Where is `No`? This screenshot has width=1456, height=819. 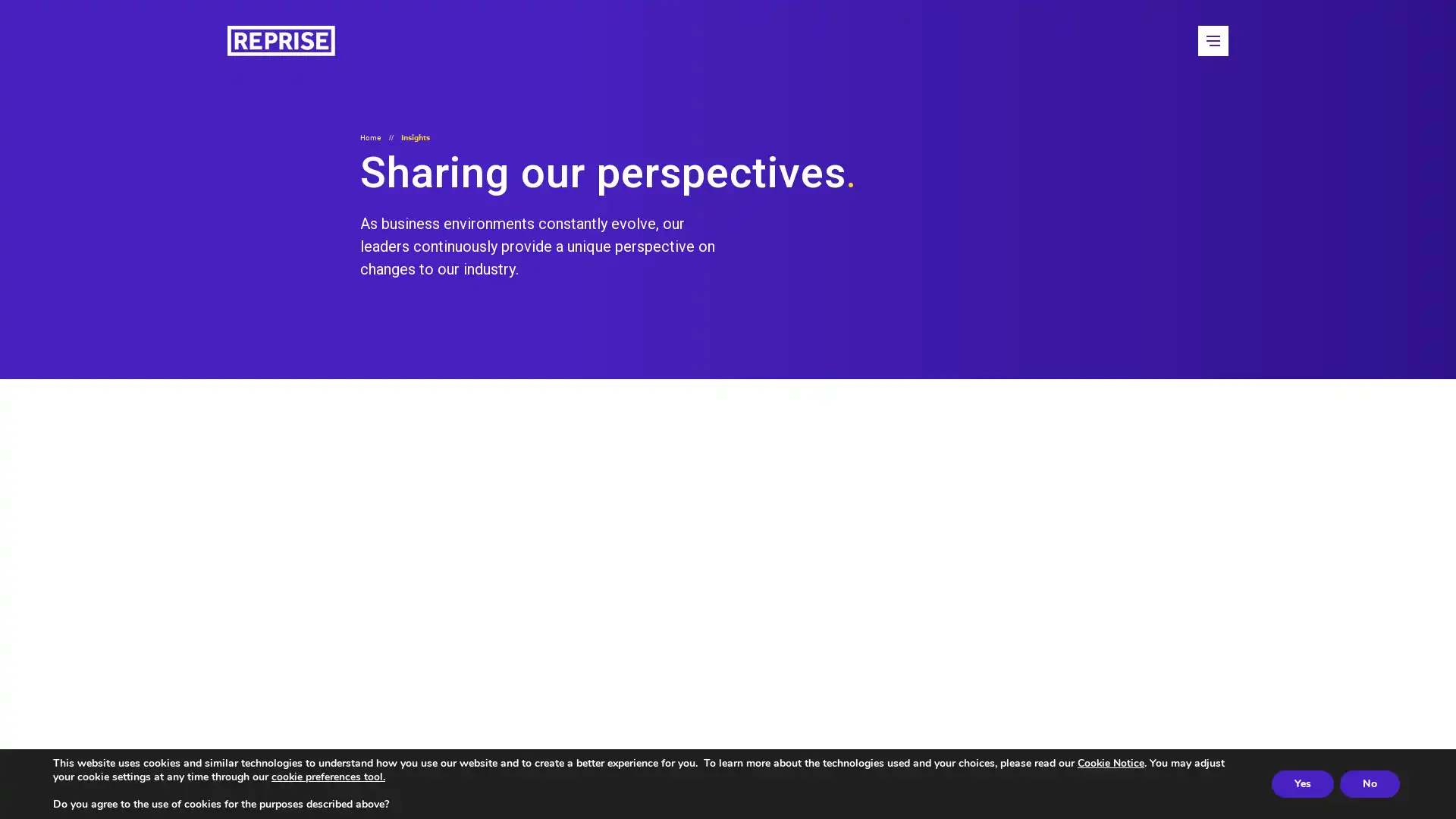
No is located at coordinates (1370, 783).